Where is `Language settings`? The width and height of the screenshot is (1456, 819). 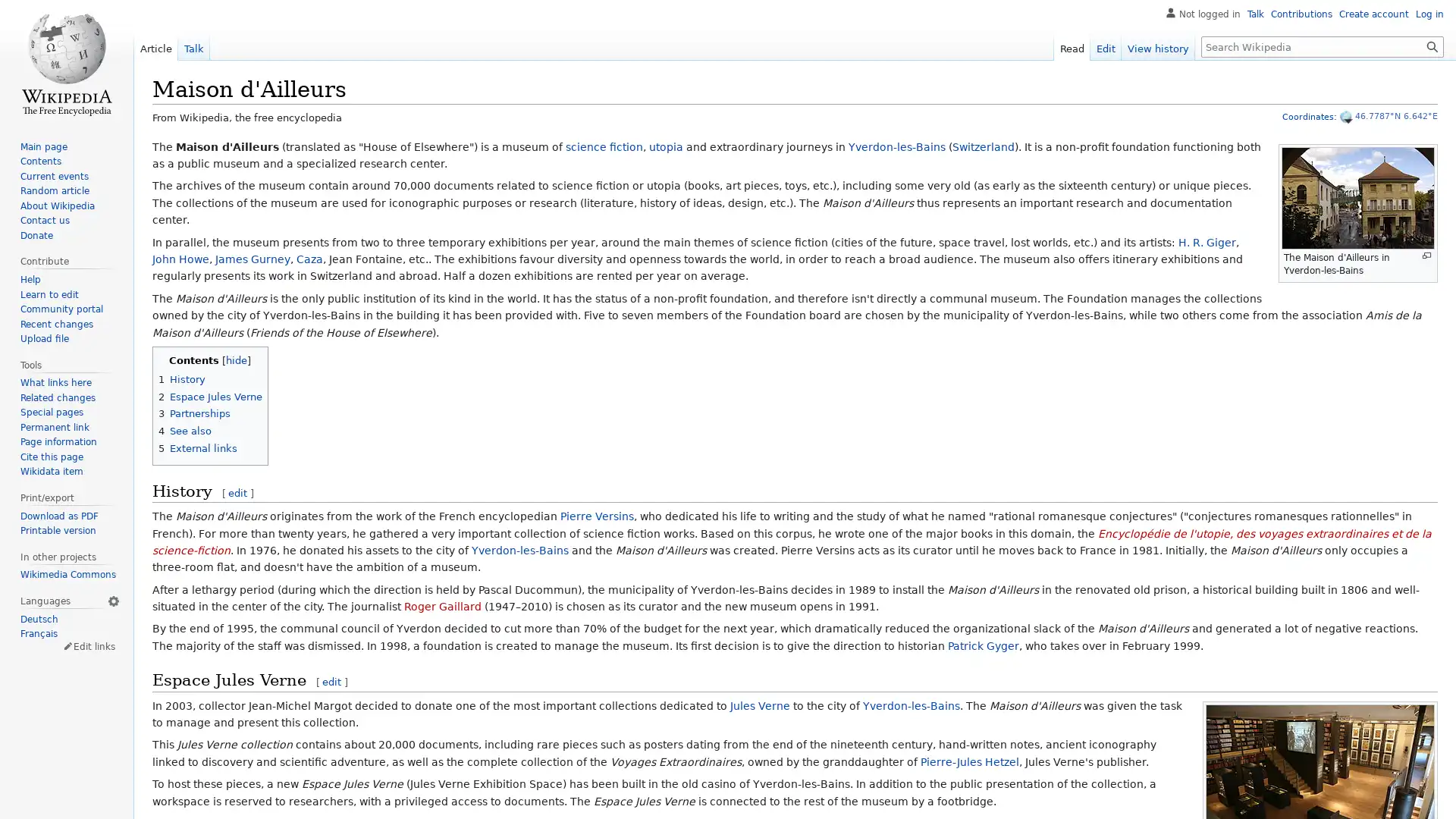
Language settings is located at coordinates (112, 599).